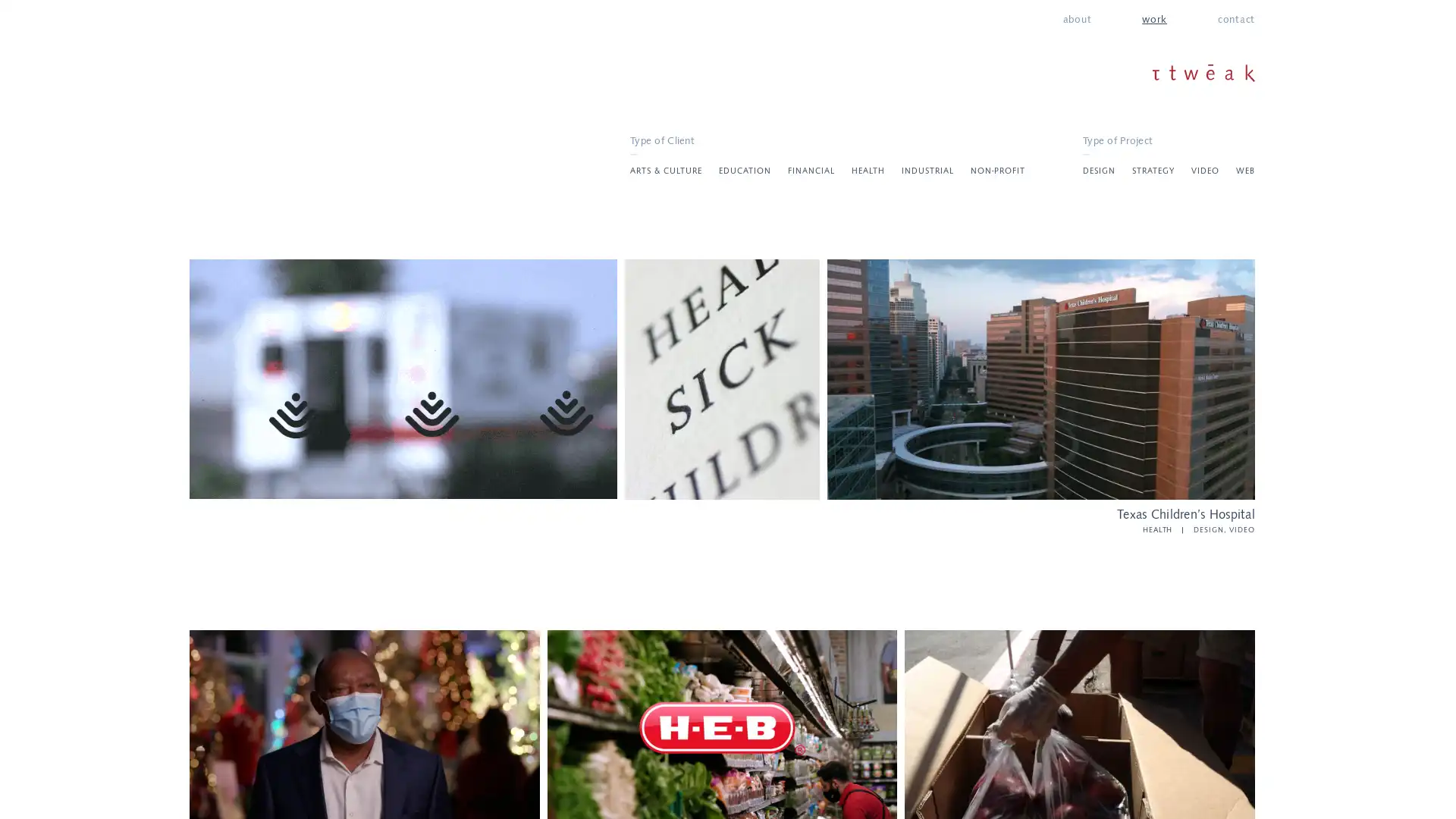 The image size is (1456, 819). I want to click on EDUCATION, so click(745, 171).